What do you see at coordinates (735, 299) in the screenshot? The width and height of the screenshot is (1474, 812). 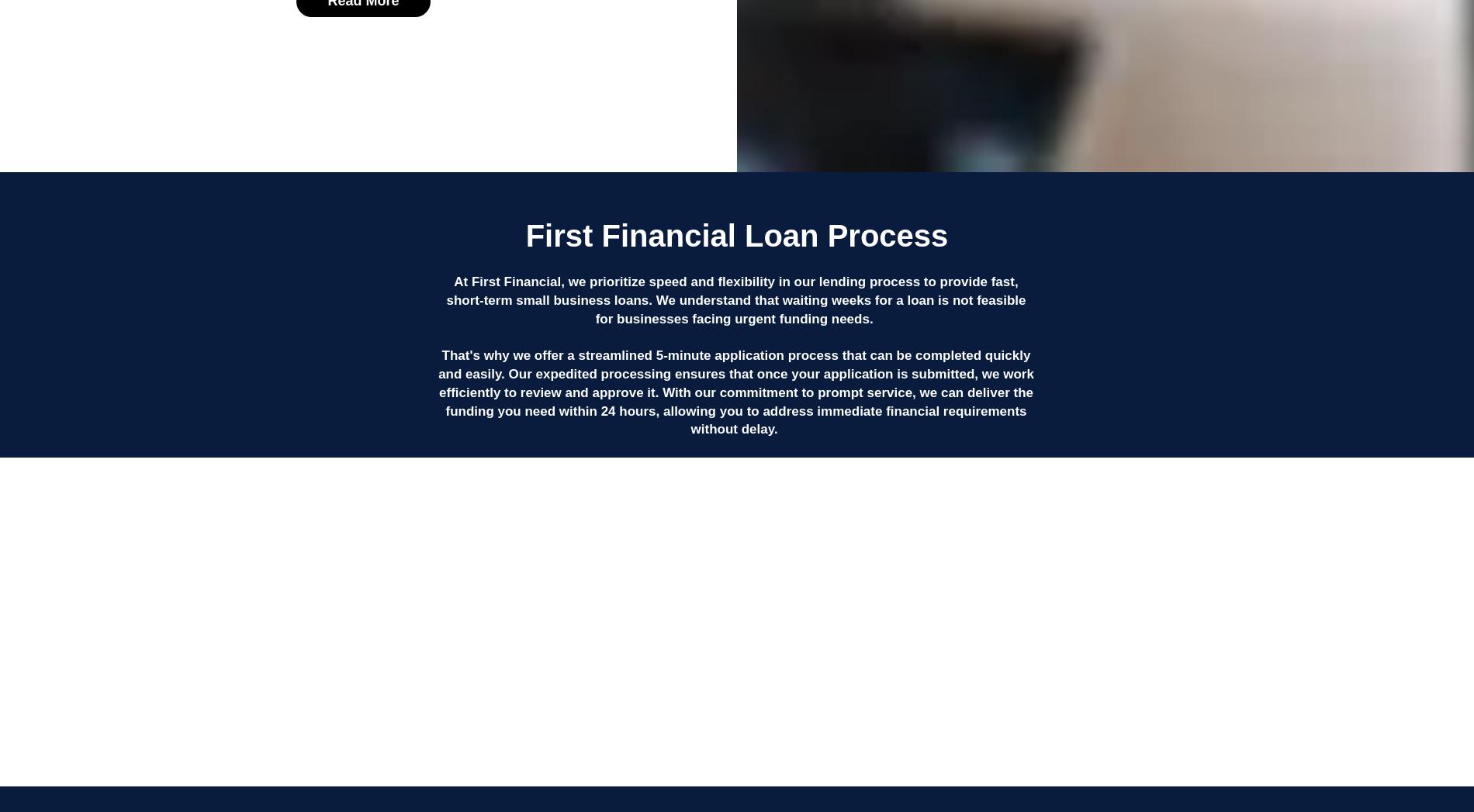 I see `'At First Financial, we prioritize speed and flexibility in our lending process to provide fast, short-term small business loans. We understand that waiting weeks for a loan is not feasible for businesses facing urgent funding needs.'` at bounding box center [735, 299].